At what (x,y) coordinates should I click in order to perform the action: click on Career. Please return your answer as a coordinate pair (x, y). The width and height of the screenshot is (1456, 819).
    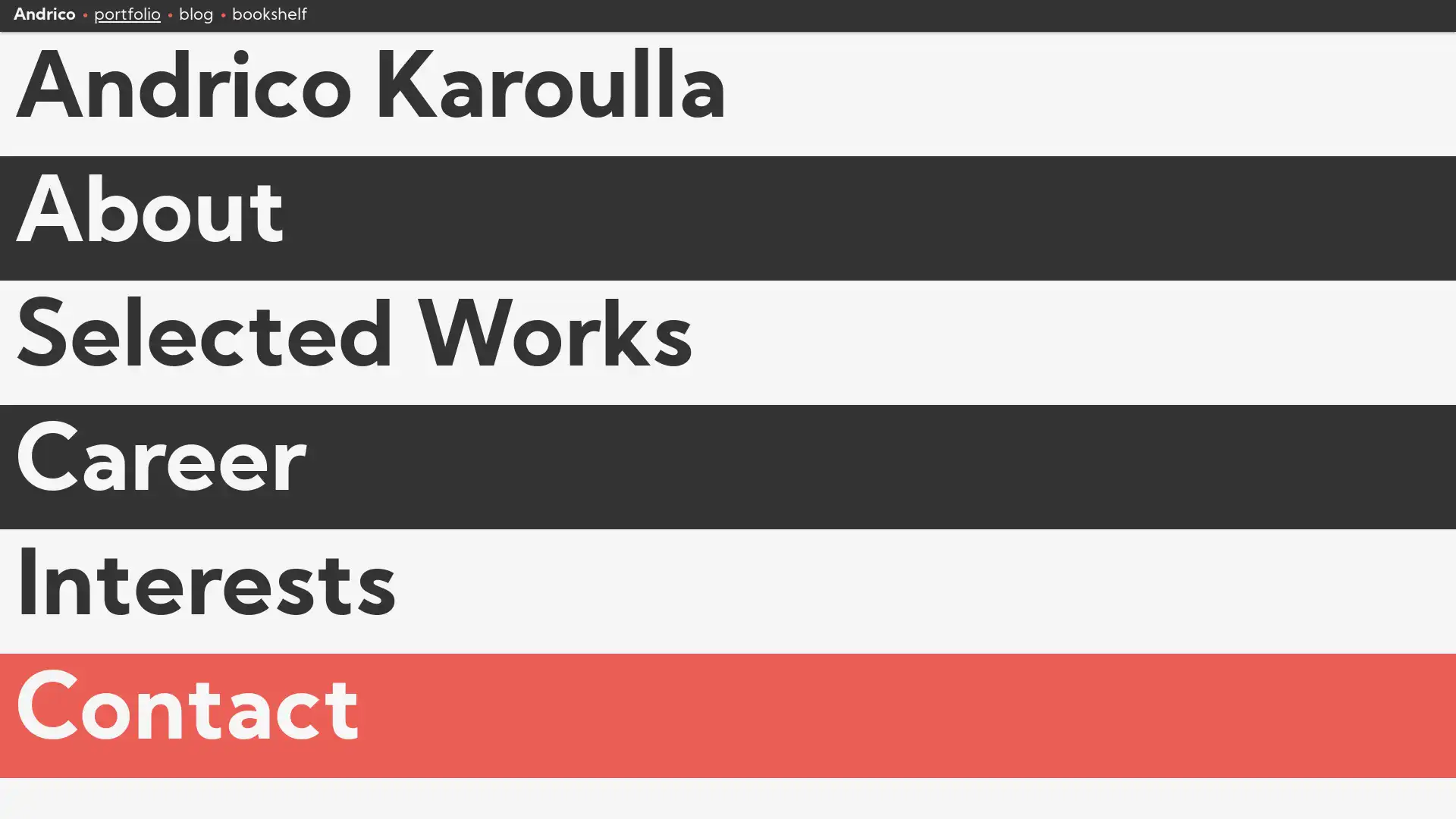
    Looking at the image, I should click on (679, 466).